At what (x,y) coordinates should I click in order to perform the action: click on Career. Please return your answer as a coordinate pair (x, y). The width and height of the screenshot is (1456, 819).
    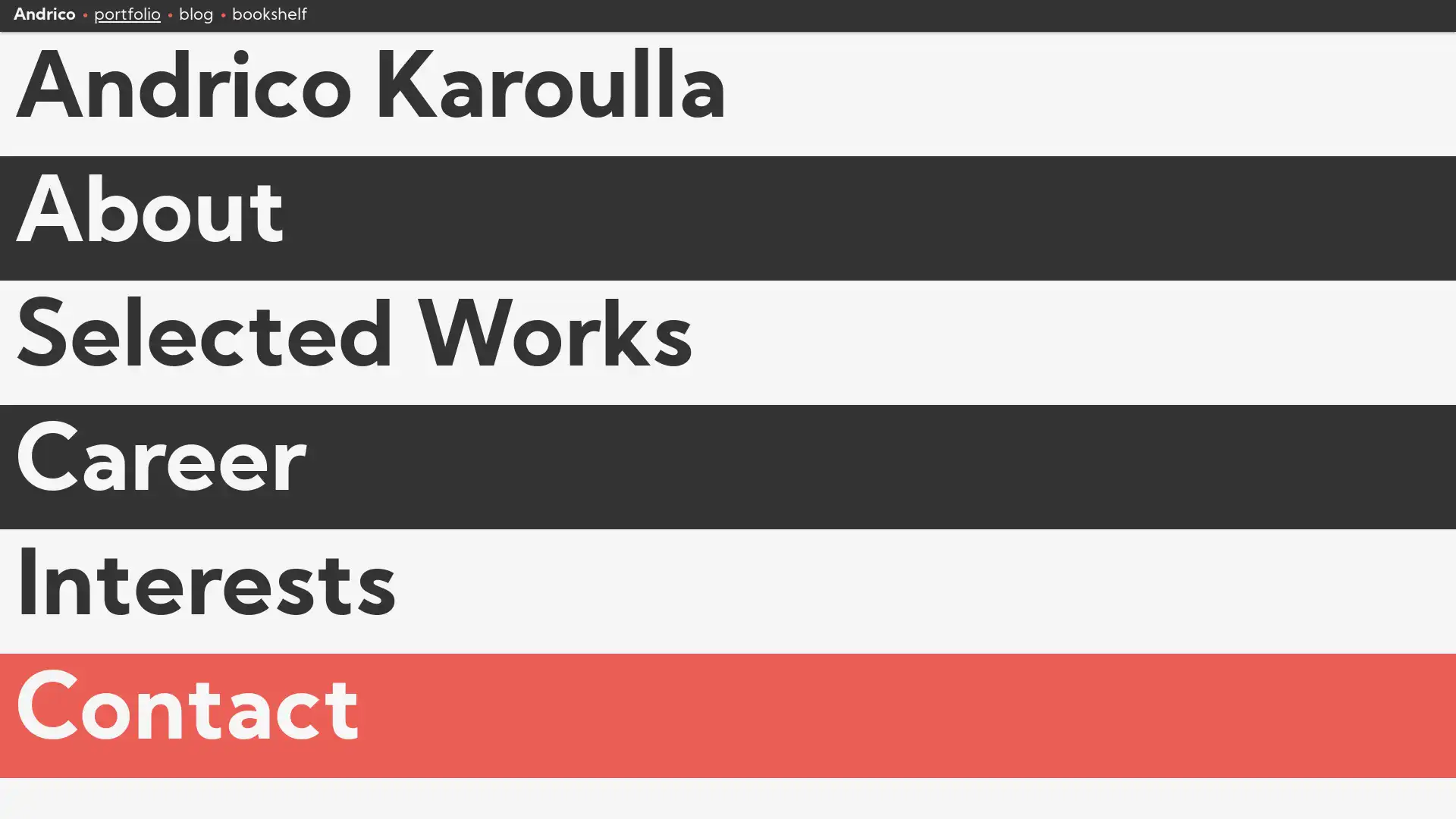
    Looking at the image, I should click on (679, 466).